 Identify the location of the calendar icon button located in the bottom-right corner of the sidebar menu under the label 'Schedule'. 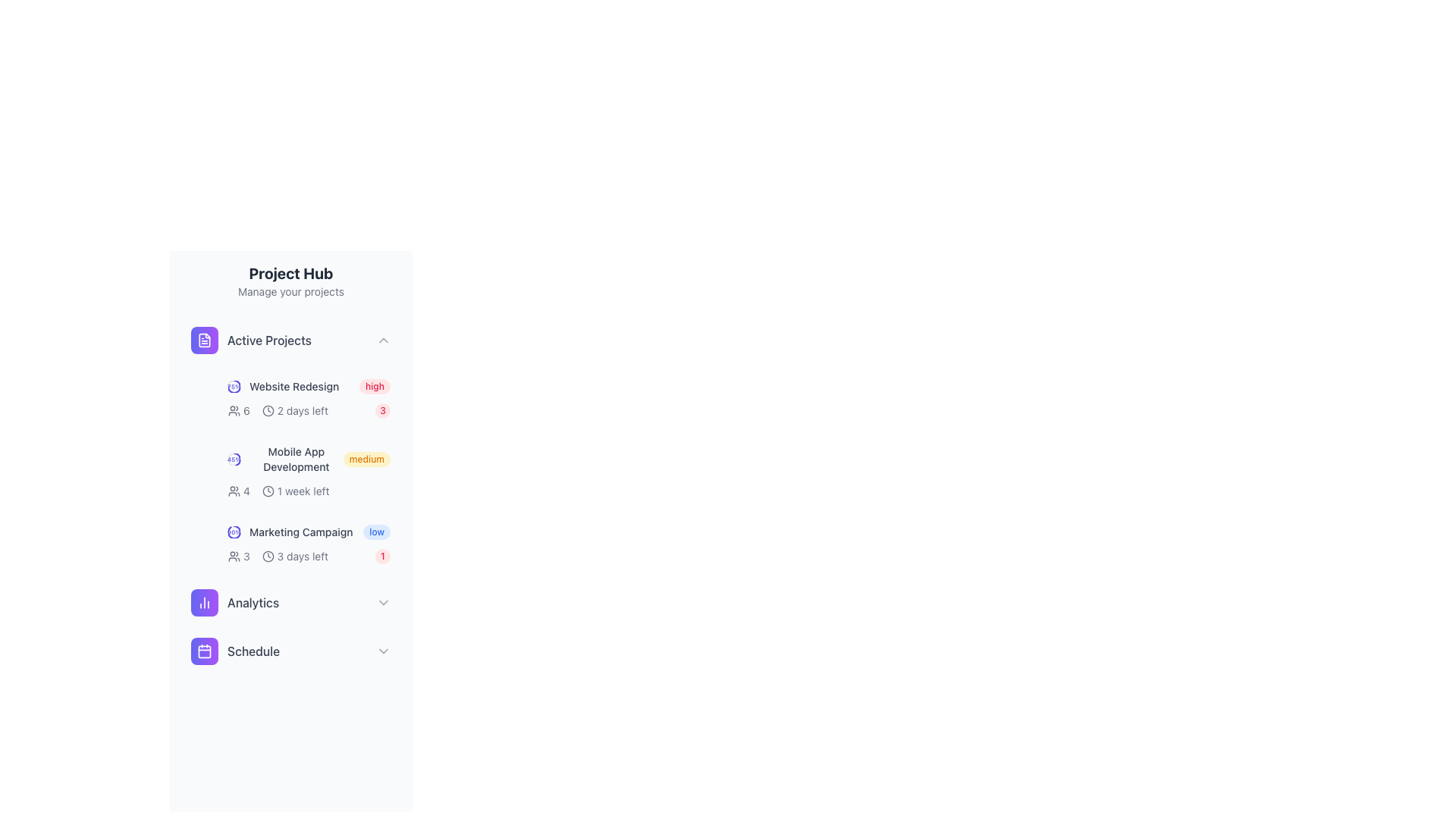
(203, 651).